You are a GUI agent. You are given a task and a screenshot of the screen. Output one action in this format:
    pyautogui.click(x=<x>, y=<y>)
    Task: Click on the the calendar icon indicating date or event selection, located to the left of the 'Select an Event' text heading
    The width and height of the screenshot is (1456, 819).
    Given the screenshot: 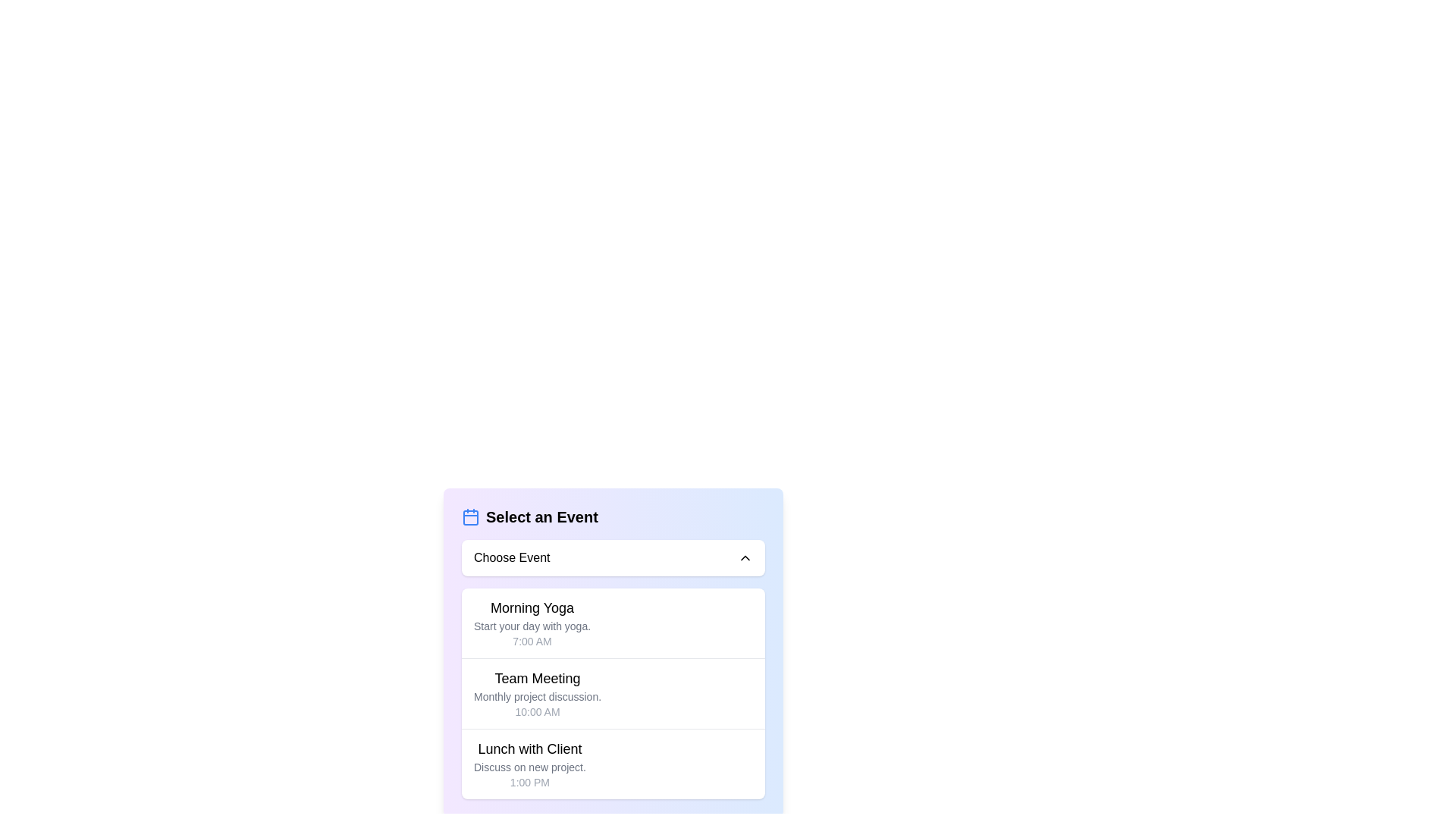 What is the action you would take?
    pyautogui.click(x=469, y=516)
    